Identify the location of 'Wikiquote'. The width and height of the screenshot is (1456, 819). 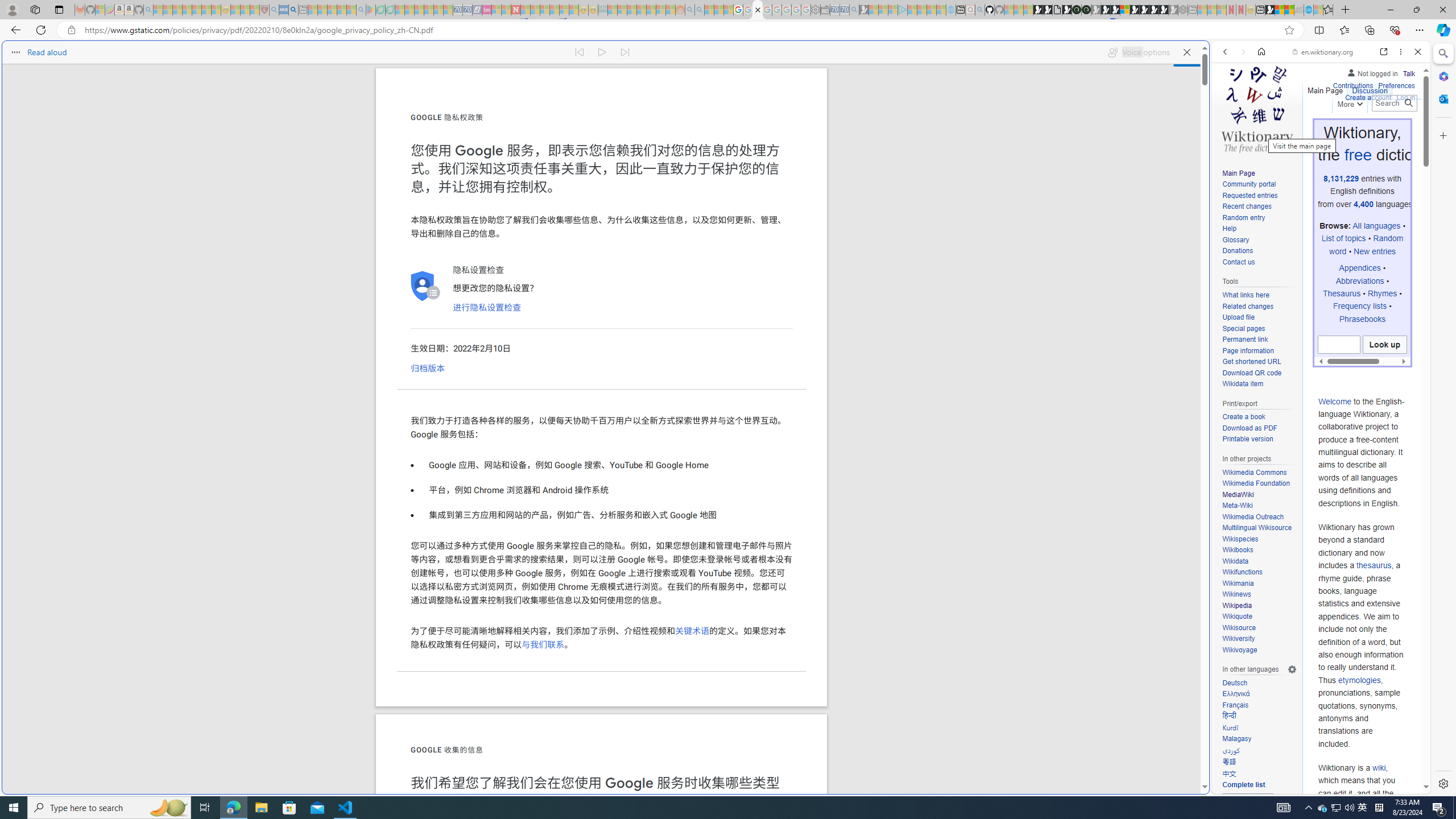
(1259, 617).